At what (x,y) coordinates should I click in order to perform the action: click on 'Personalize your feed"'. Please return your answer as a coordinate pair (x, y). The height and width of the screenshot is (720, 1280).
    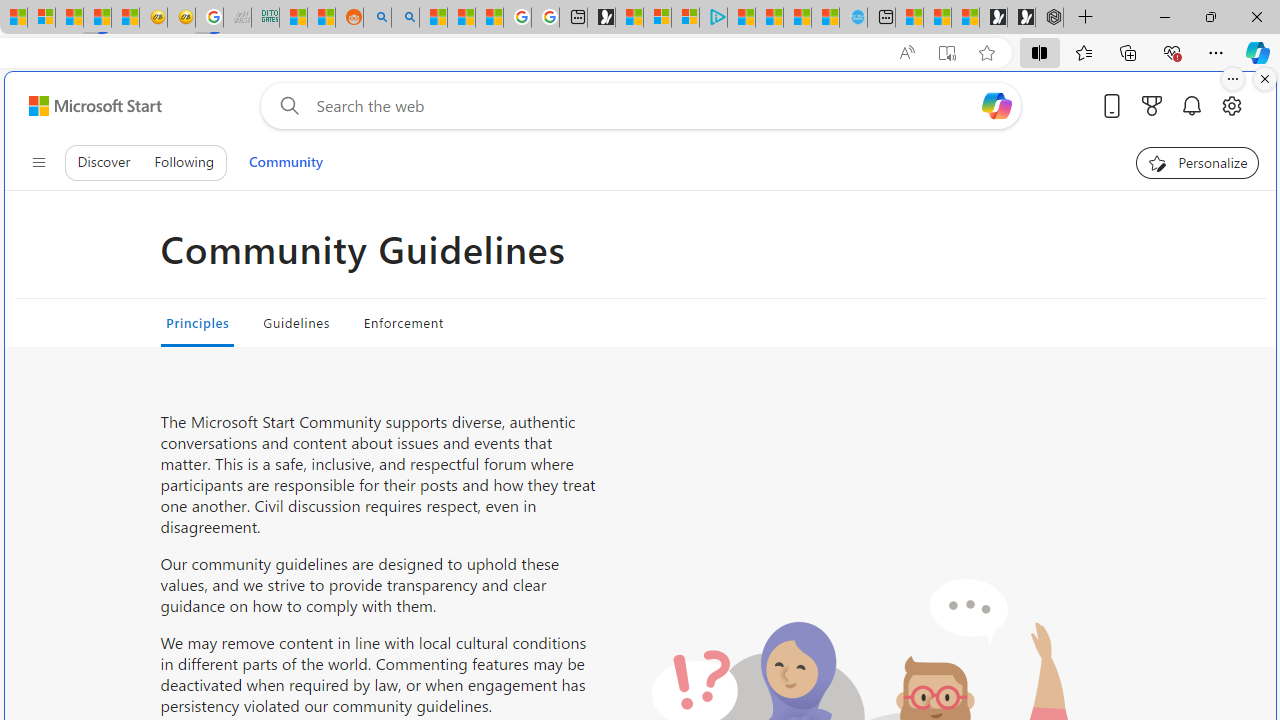
    Looking at the image, I should click on (1198, 162).